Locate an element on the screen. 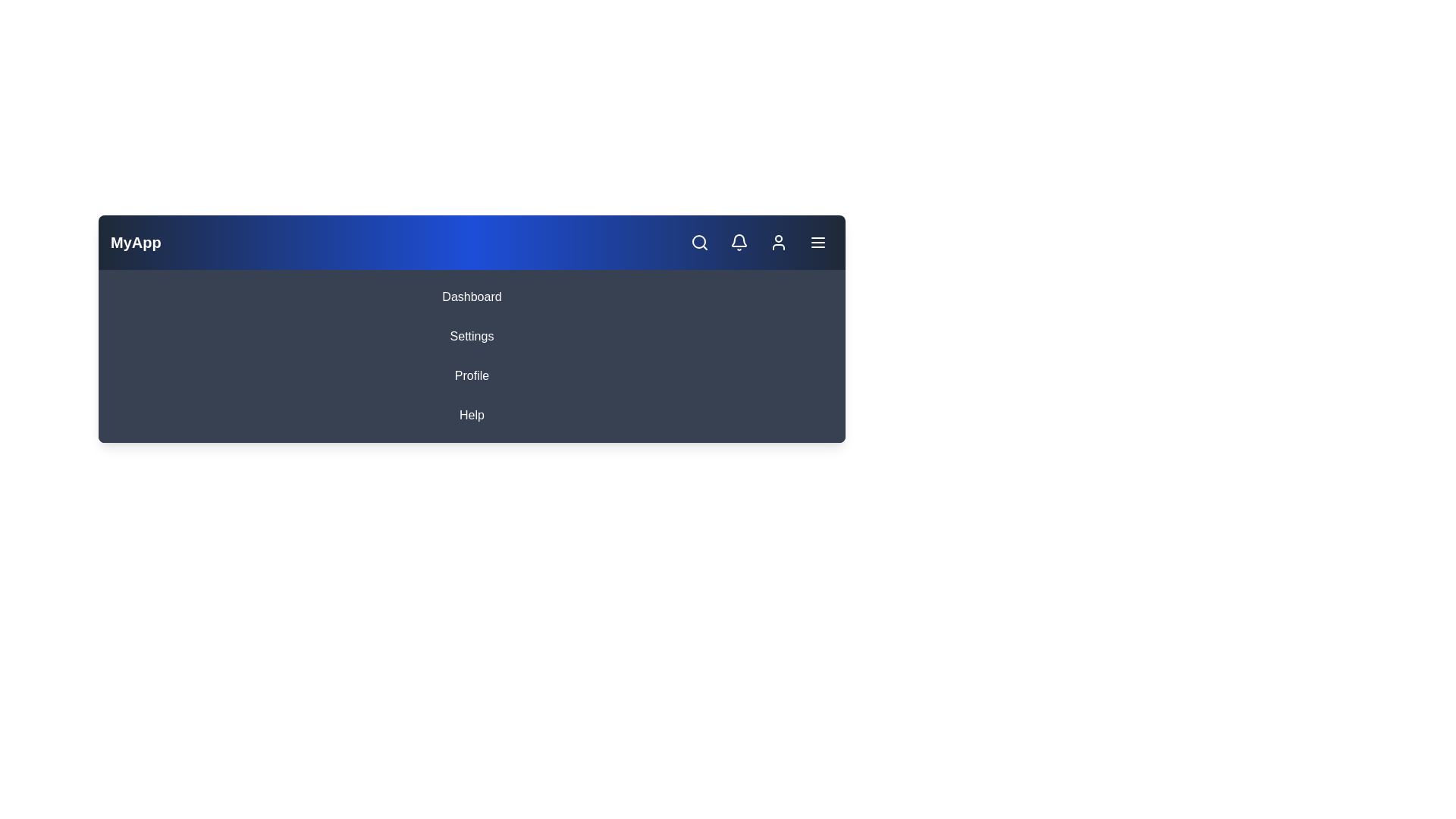 This screenshot has height=819, width=1456. the navigation item Profile in the menu is located at coordinates (471, 375).